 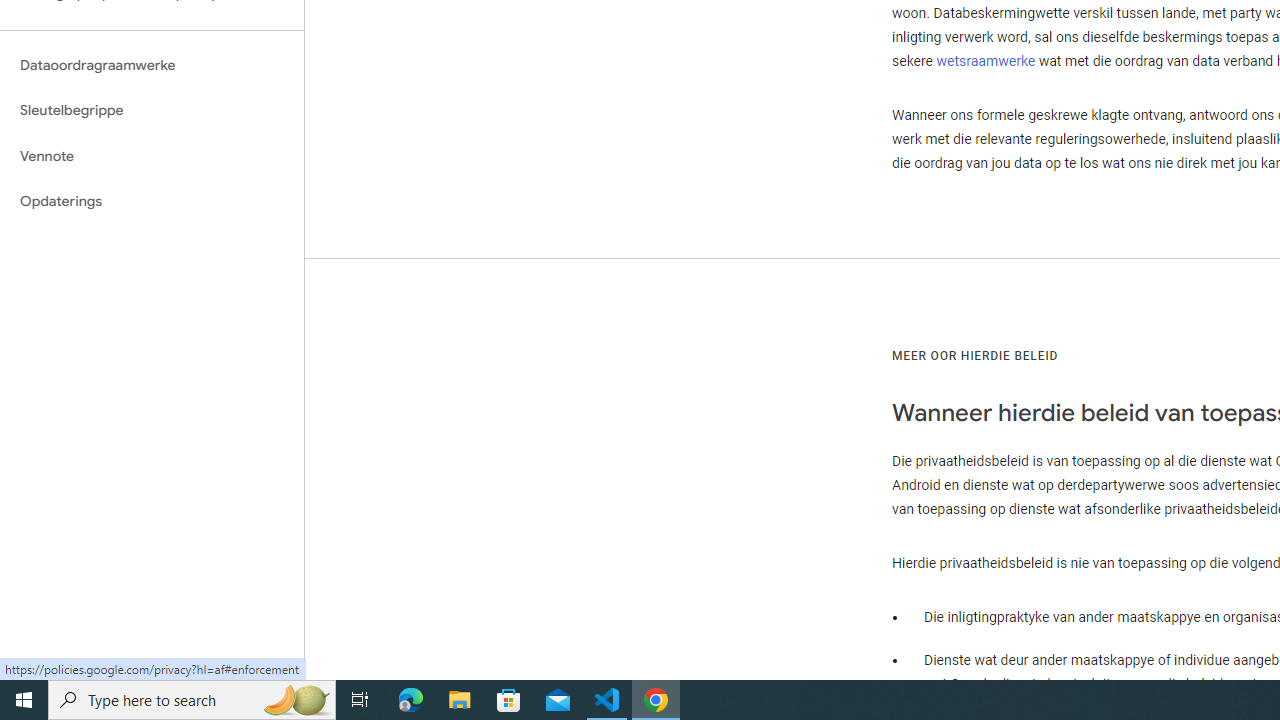 I want to click on 'wetsraamwerke', so click(x=985, y=61).